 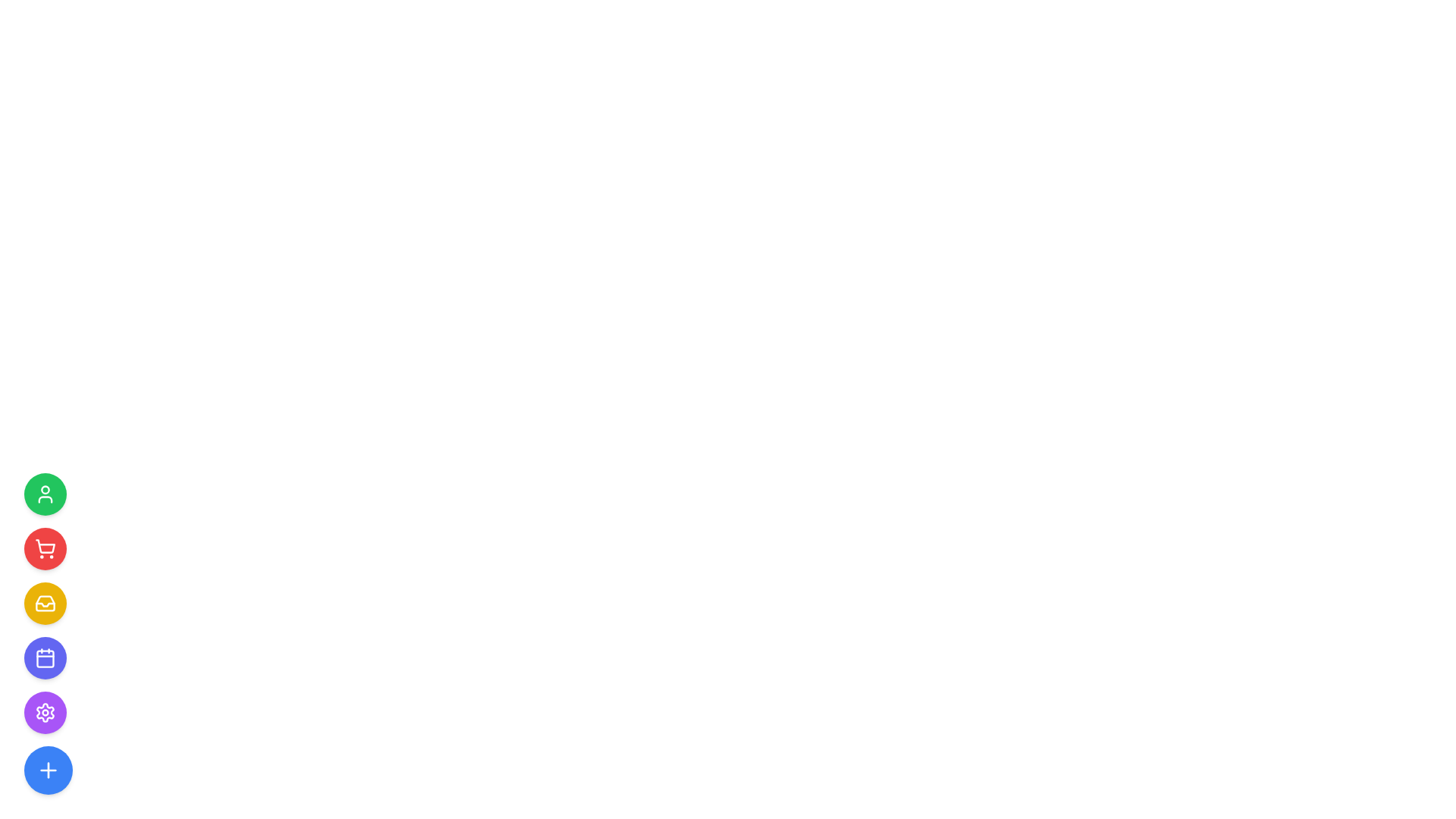 What do you see at coordinates (45, 713) in the screenshot?
I see `the purple gear-shaped graphical icon representing settings in the vertical navigation menu, which is the fifth item from the top` at bounding box center [45, 713].